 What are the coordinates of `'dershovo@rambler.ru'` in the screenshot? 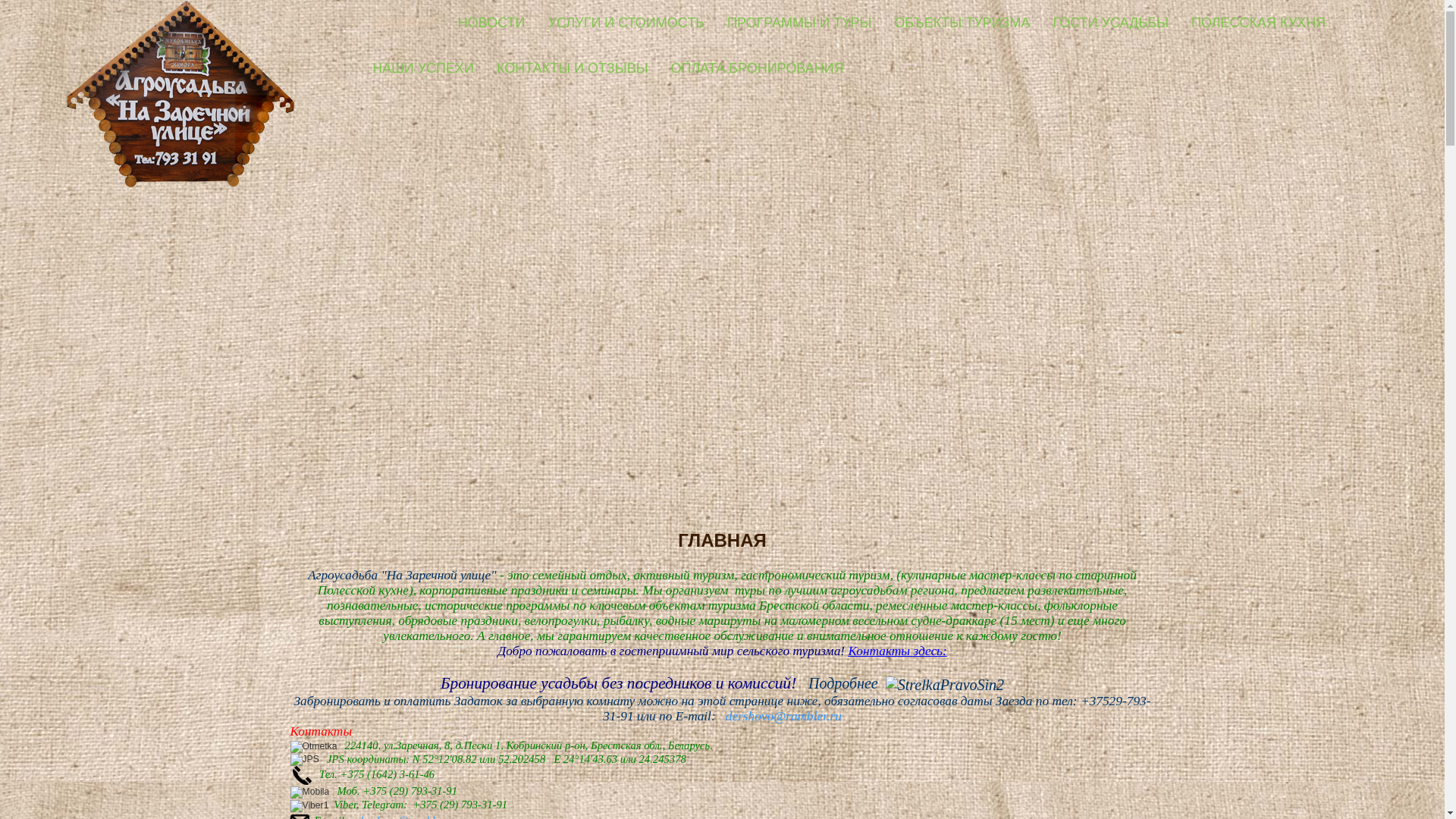 It's located at (783, 716).